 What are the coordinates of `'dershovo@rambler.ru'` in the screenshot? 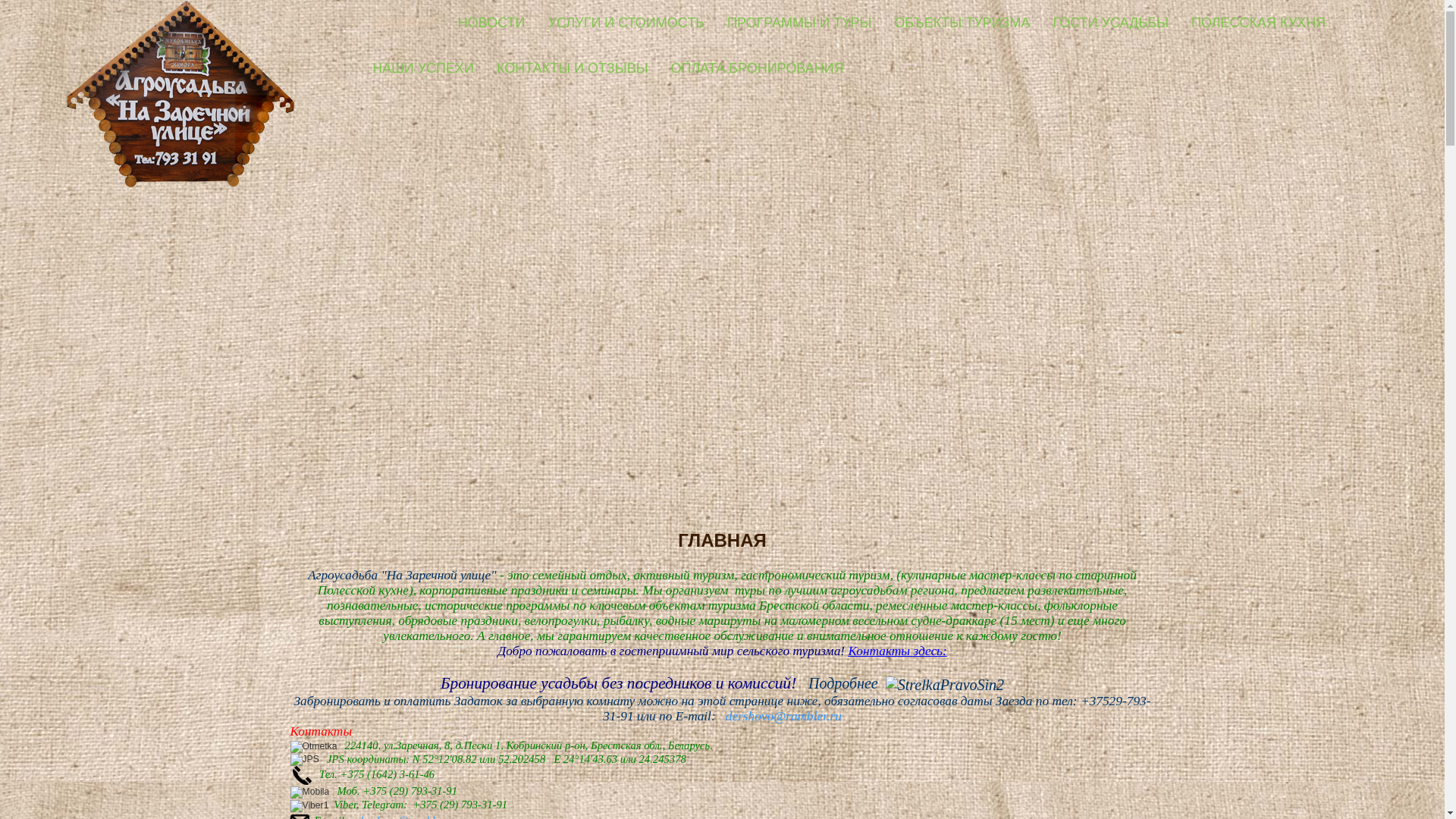 It's located at (783, 716).